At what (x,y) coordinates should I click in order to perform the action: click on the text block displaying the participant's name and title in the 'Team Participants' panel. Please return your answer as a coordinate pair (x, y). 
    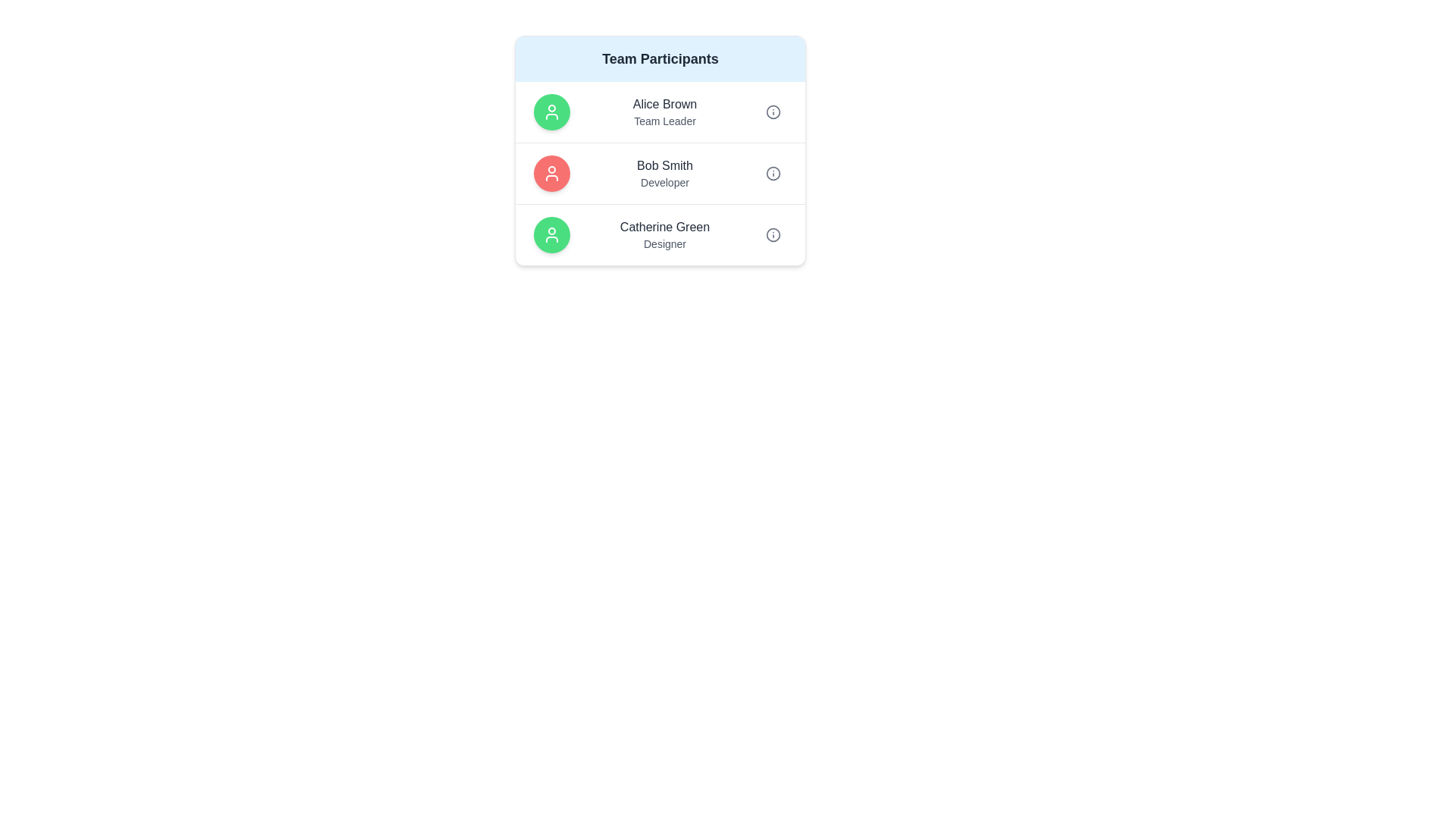
    Looking at the image, I should click on (665, 111).